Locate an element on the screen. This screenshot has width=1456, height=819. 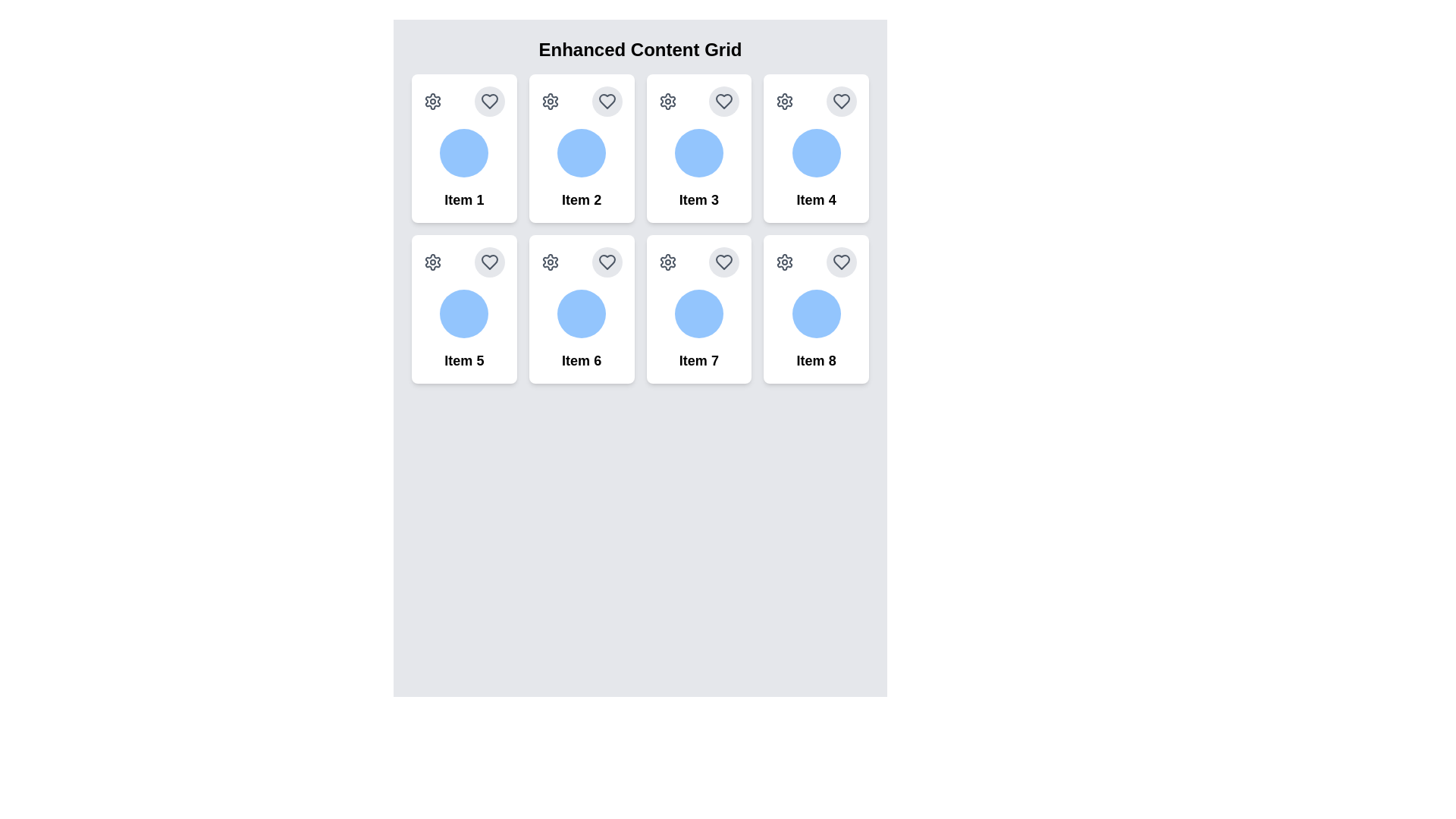
the favorite icon located in the upper right corner of the card labeled 'Item 2', which is adjacent to the gear icon is located at coordinates (607, 102).